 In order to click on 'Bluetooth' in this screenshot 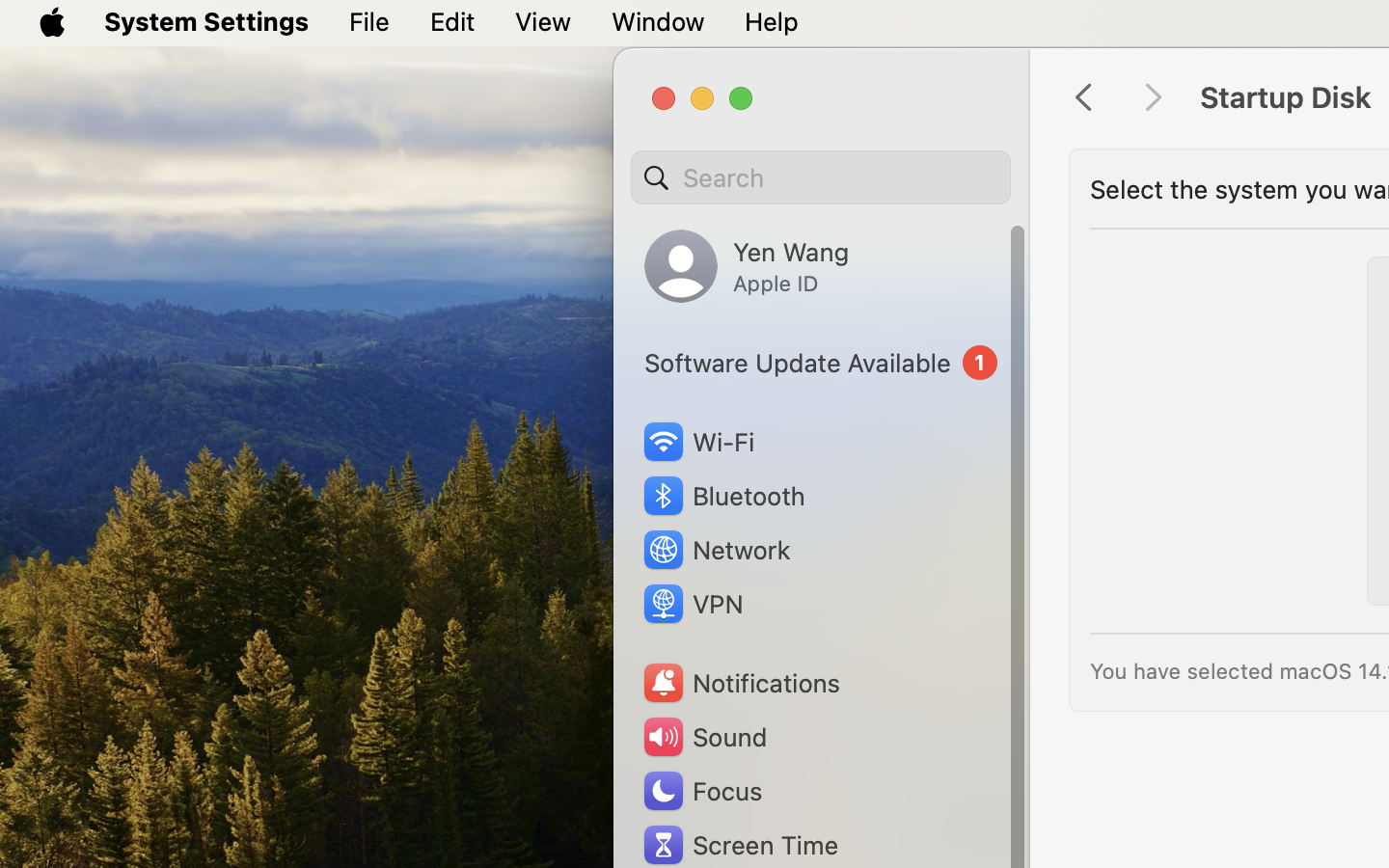, I will do `click(722, 494)`.